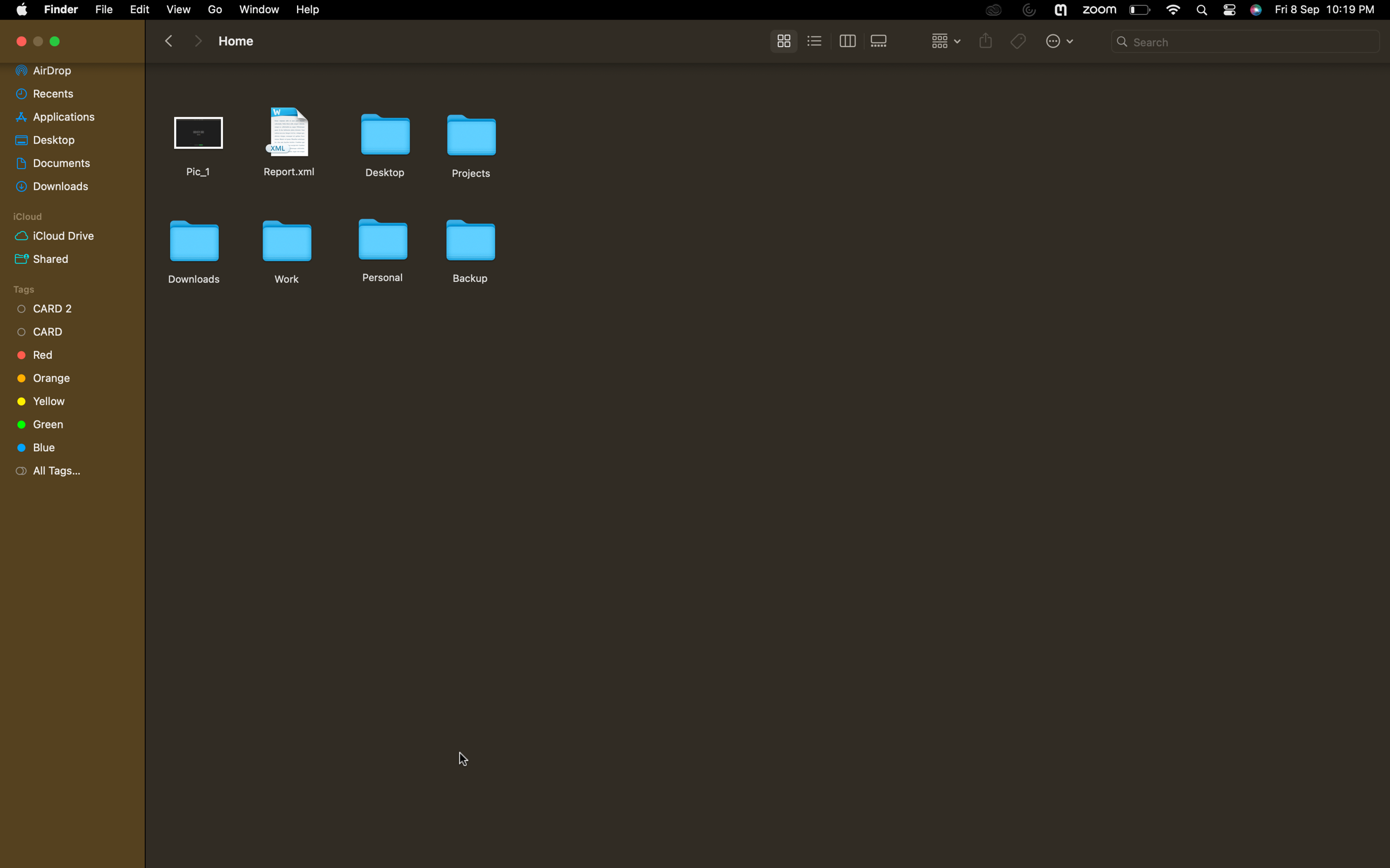  I want to click on Change the name of the personal directory to home, so click(381, 248).